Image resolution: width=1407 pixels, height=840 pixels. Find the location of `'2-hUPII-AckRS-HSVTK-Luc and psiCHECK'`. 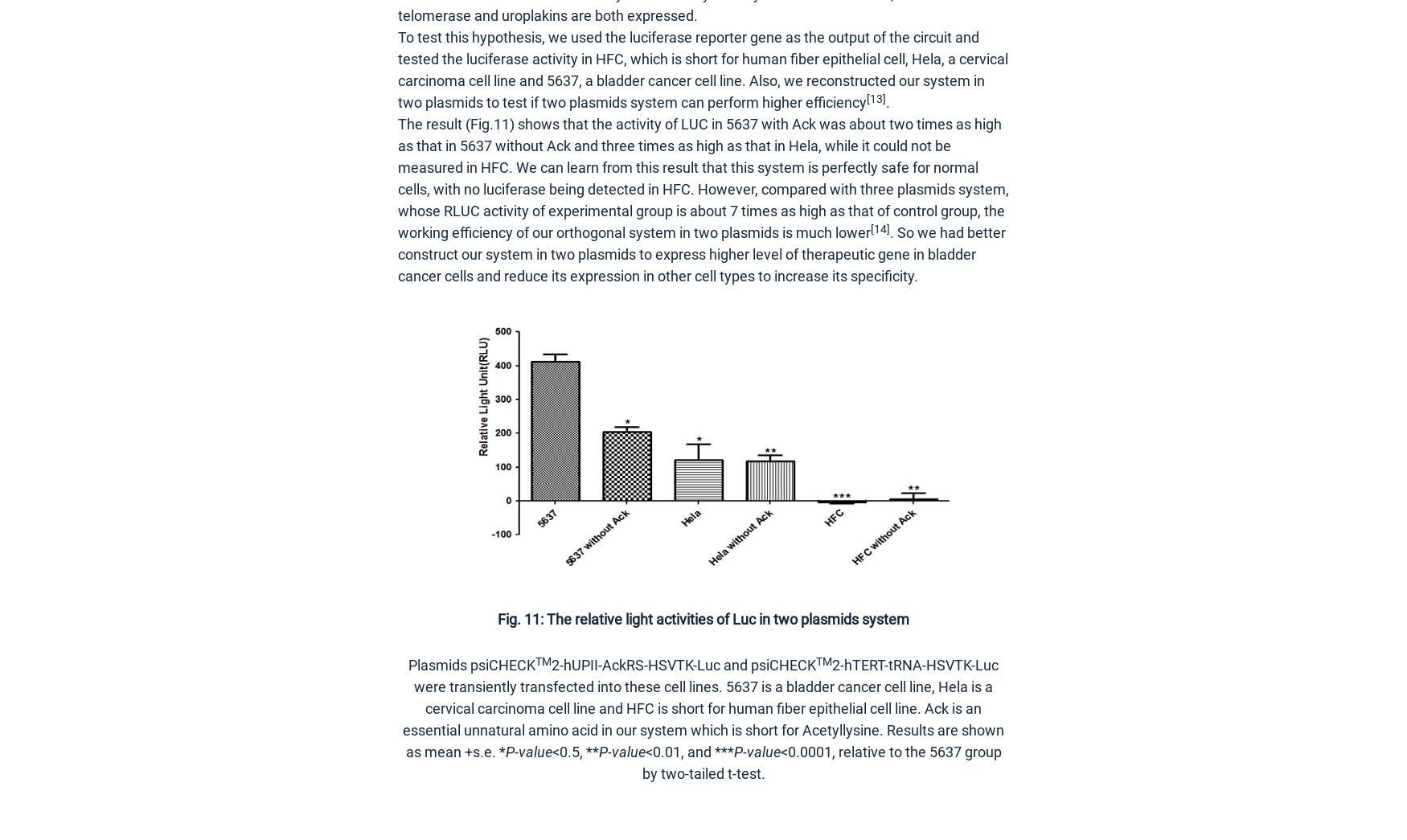

'2-hUPII-AckRS-HSVTK-Luc and psiCHECK' is located at coordinates (683, 664).